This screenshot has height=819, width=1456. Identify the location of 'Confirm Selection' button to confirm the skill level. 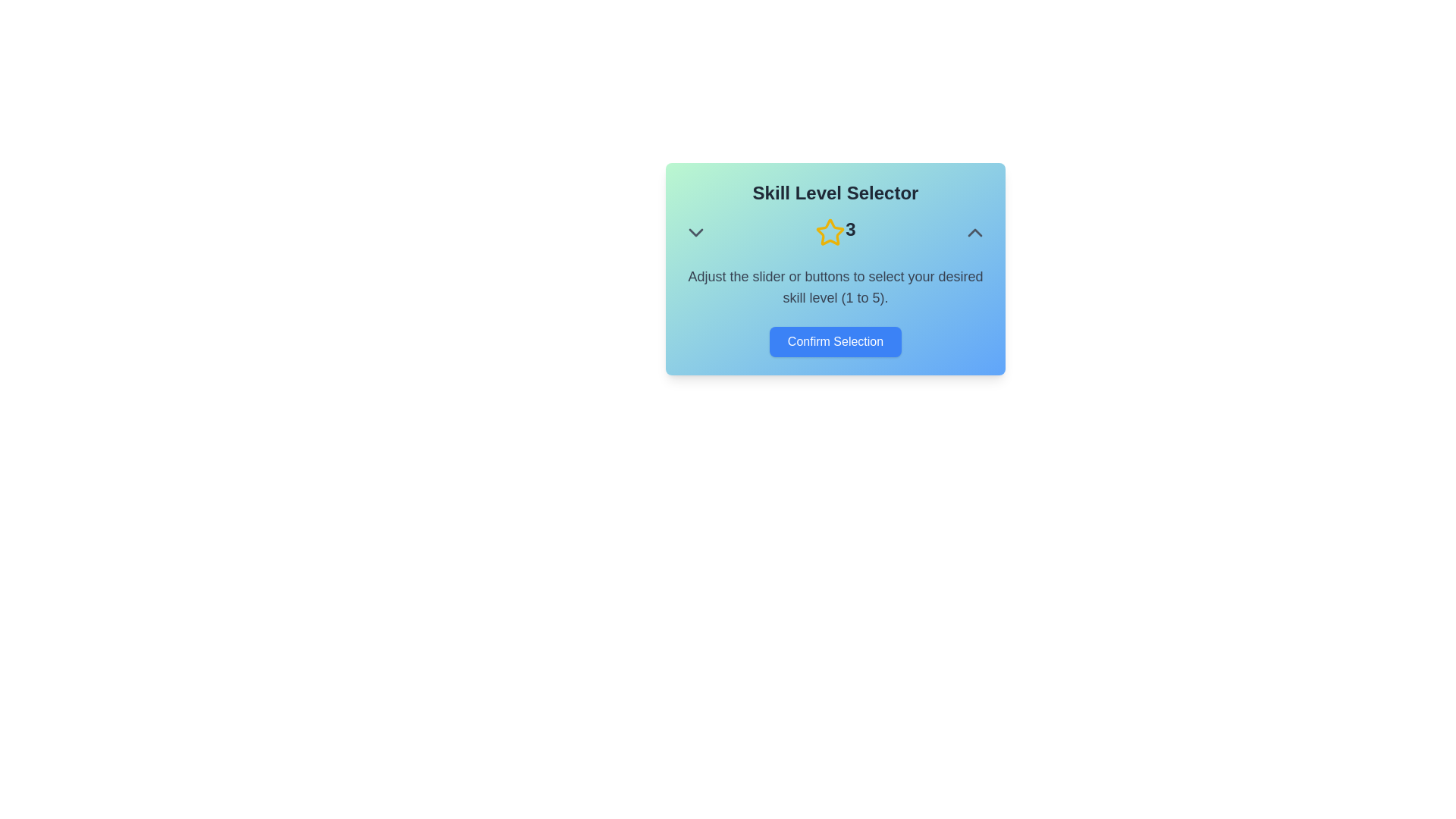
(835, 342).